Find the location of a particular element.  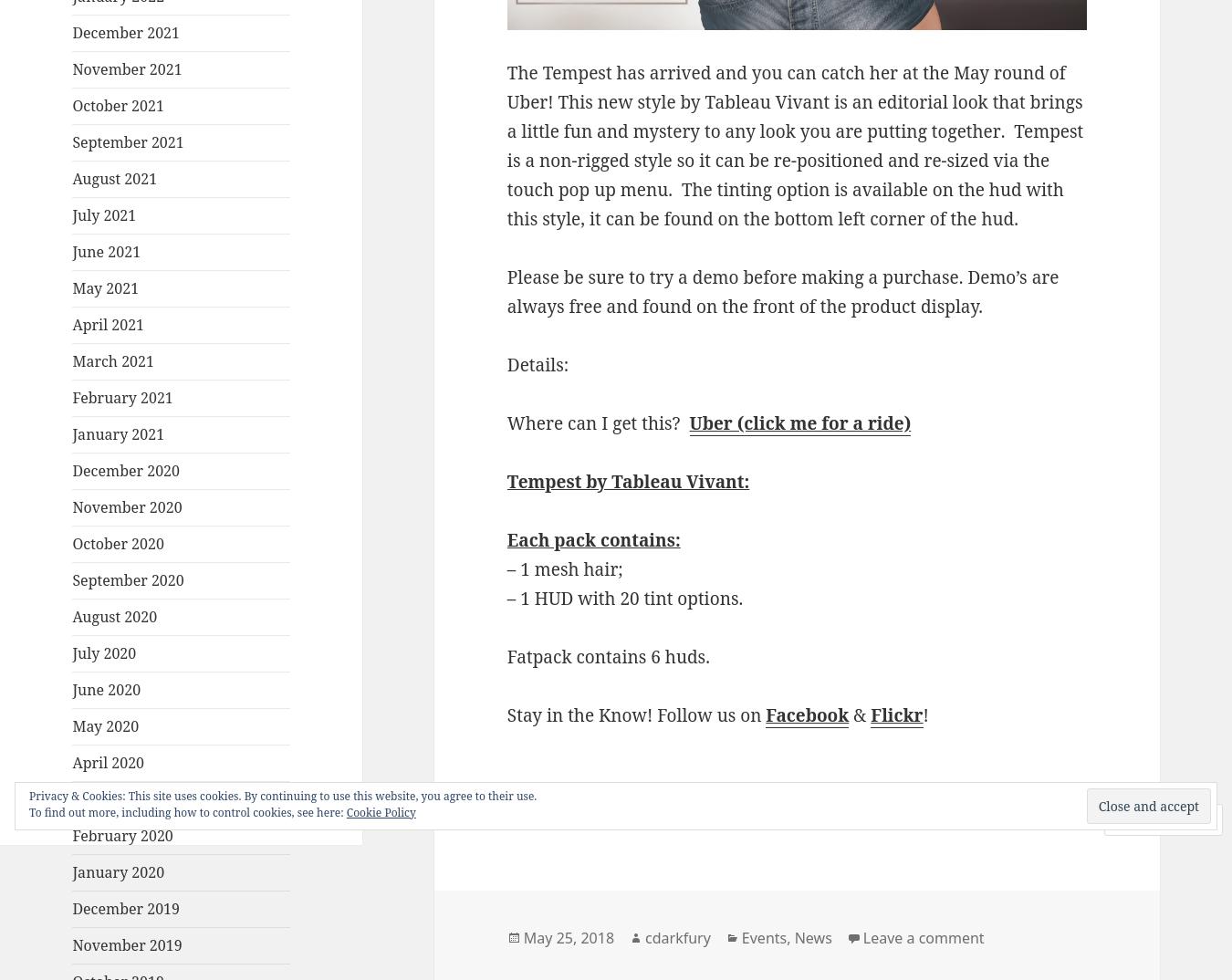

'May 2020' is located at coordinates (105, 725).